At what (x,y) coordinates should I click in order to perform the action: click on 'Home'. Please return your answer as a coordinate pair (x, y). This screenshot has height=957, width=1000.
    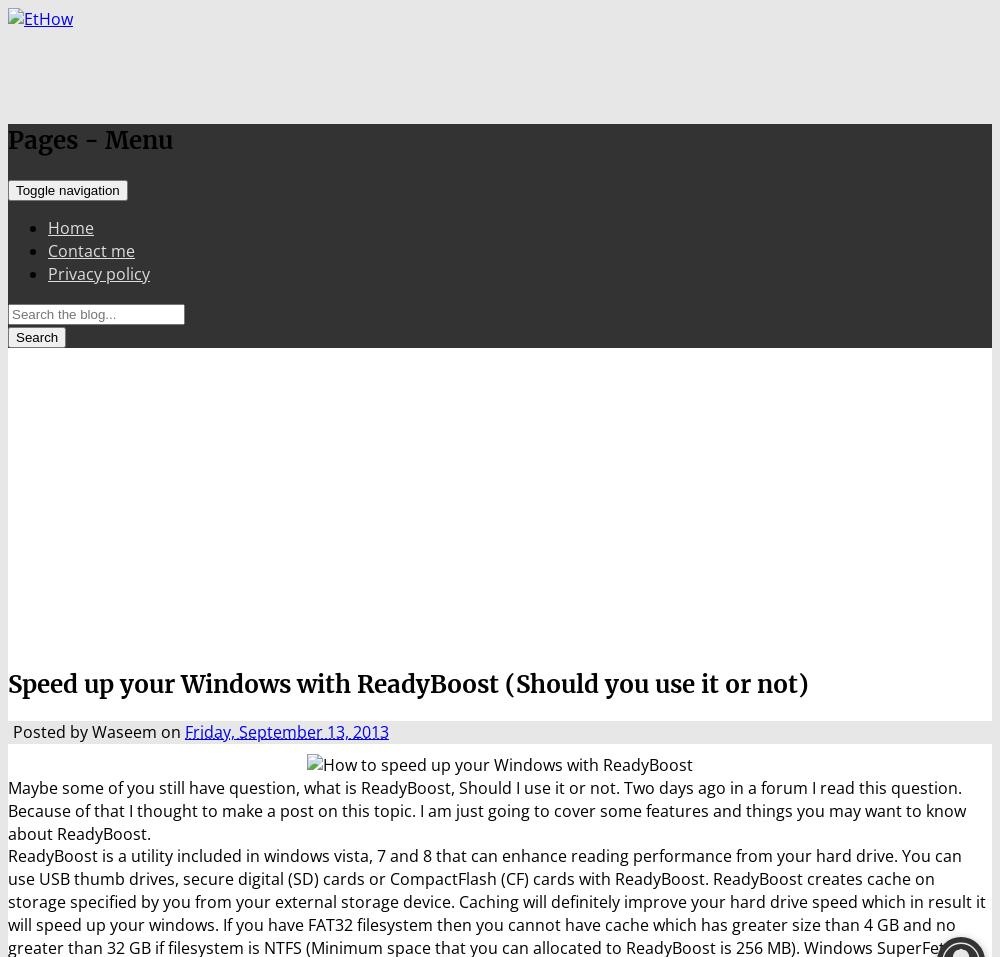
    Looking at the image, I should click on (70, 226).